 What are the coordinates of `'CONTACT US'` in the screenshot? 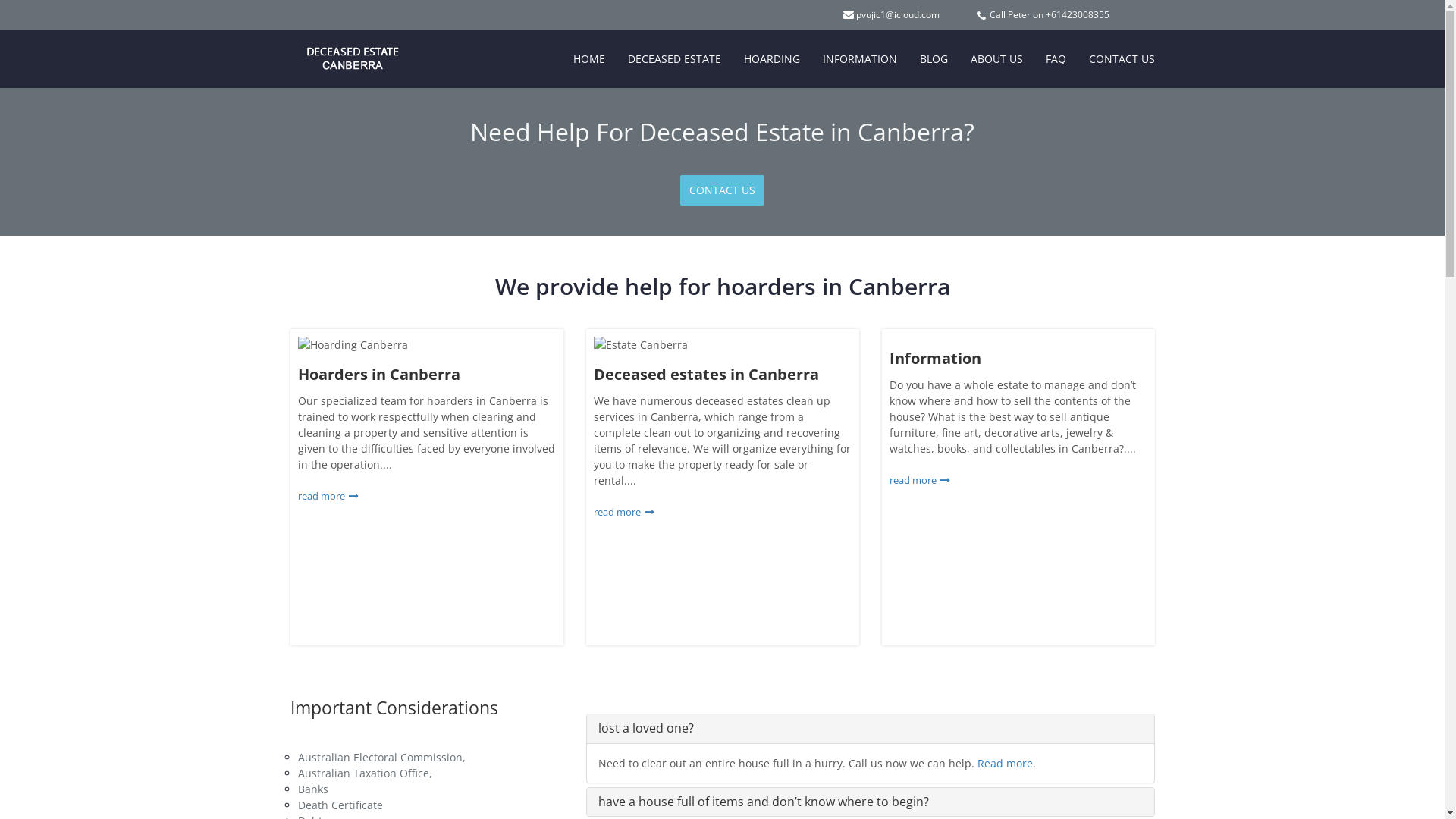 It's located at (721, 189).